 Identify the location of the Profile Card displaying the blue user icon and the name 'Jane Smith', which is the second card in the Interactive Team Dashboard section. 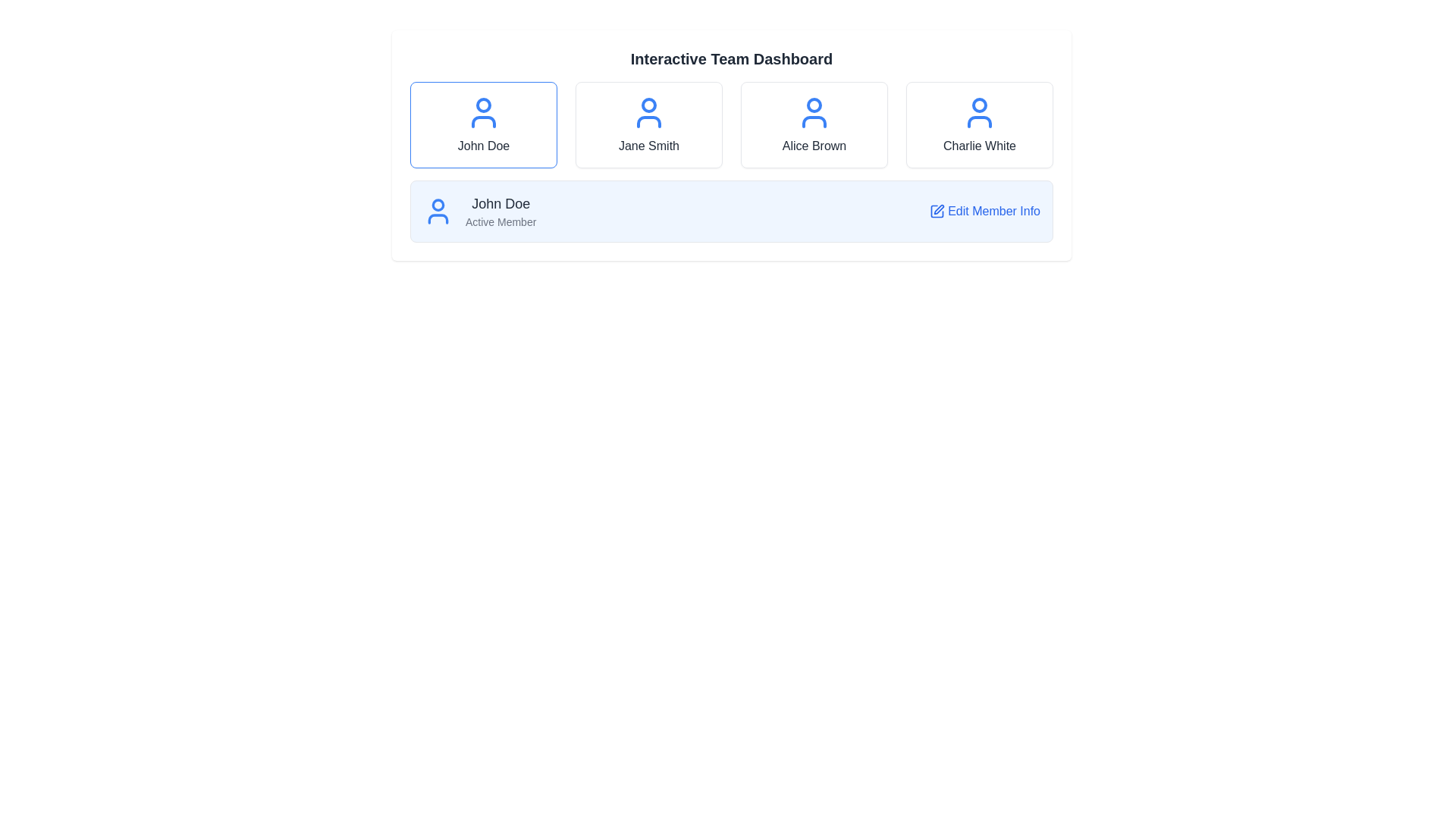
(648, 124).